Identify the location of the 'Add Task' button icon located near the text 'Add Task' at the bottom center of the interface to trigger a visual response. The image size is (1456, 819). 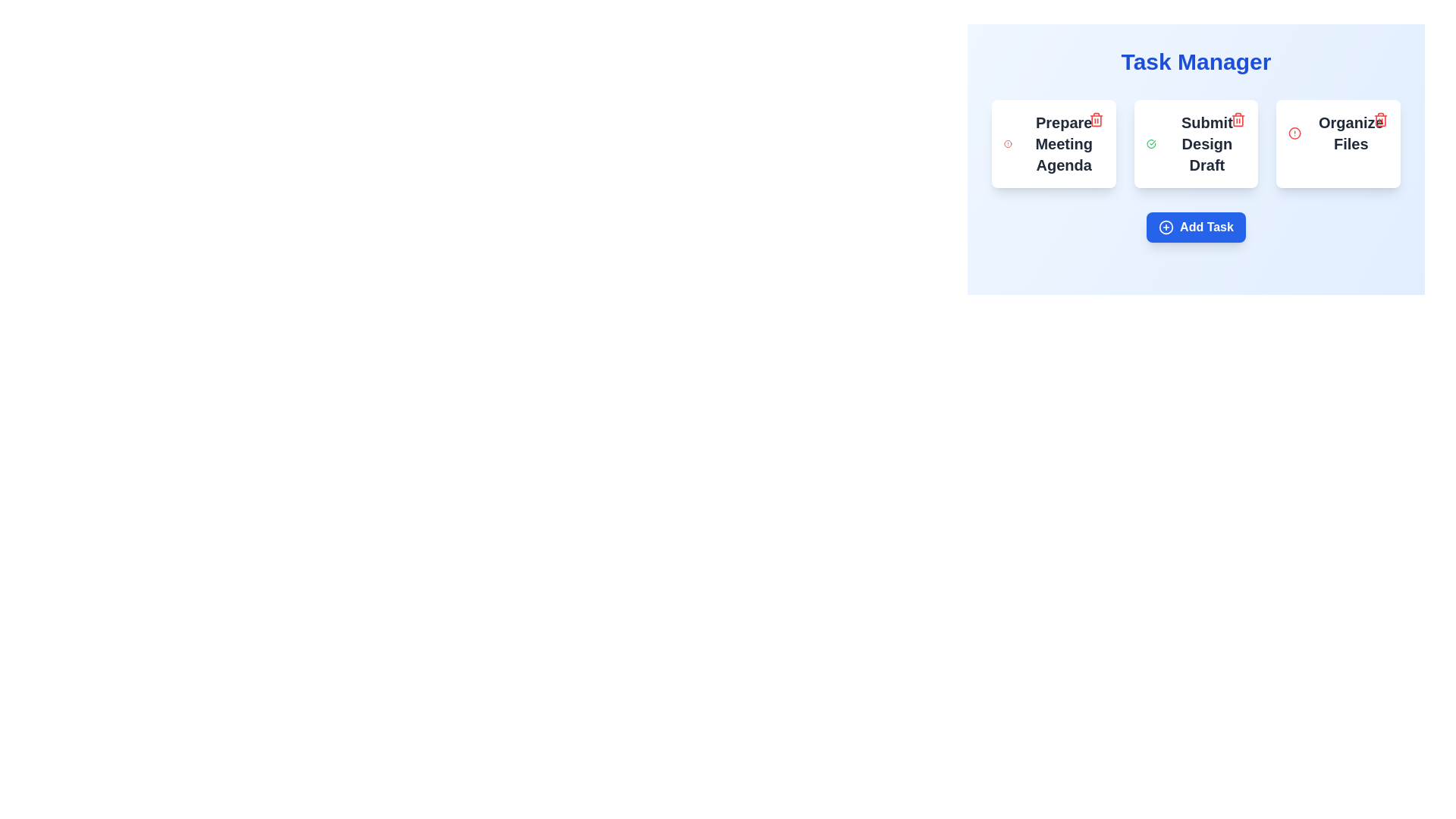
(1166, 227).